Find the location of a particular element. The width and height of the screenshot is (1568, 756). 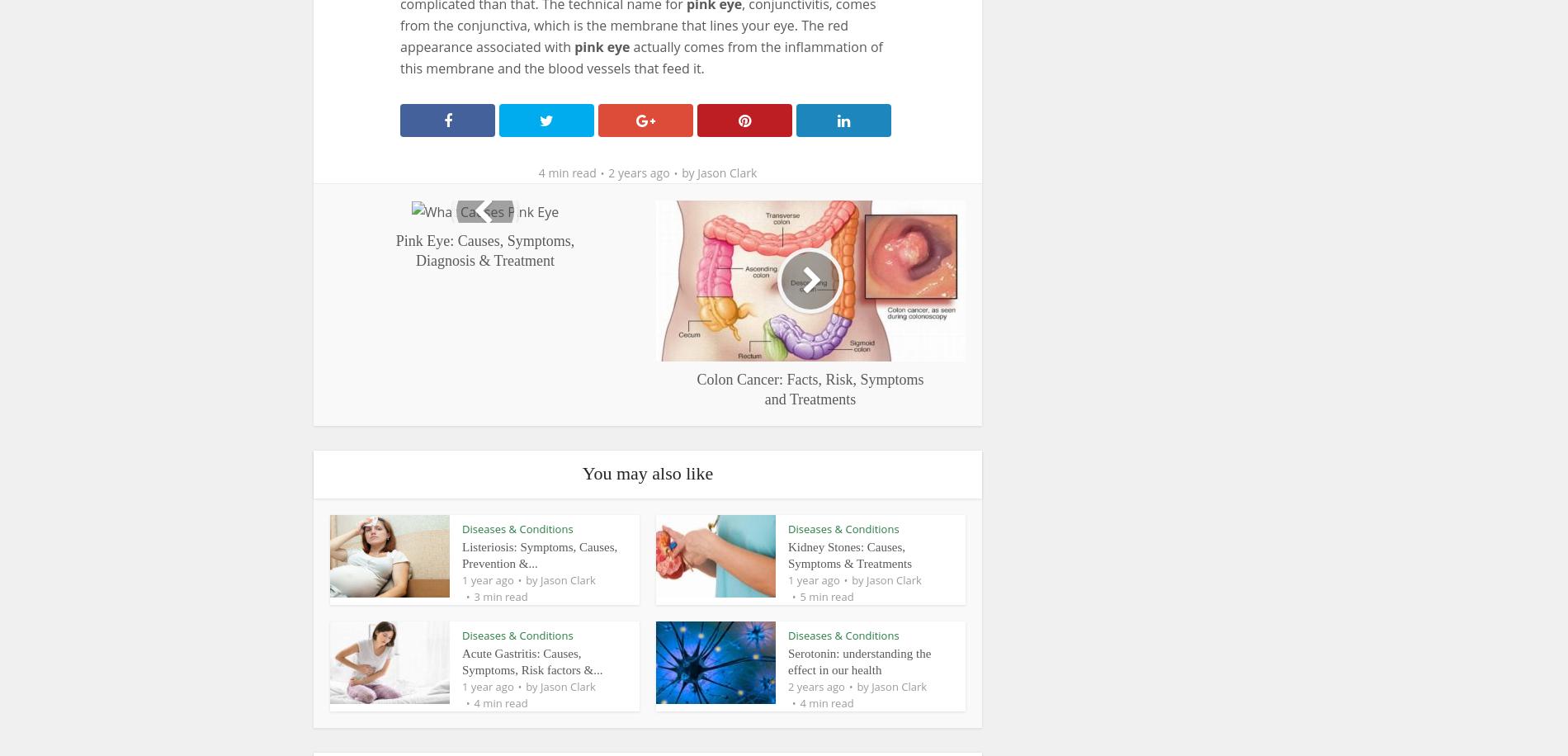

'3 min read' is located at coordinates (500, 595).